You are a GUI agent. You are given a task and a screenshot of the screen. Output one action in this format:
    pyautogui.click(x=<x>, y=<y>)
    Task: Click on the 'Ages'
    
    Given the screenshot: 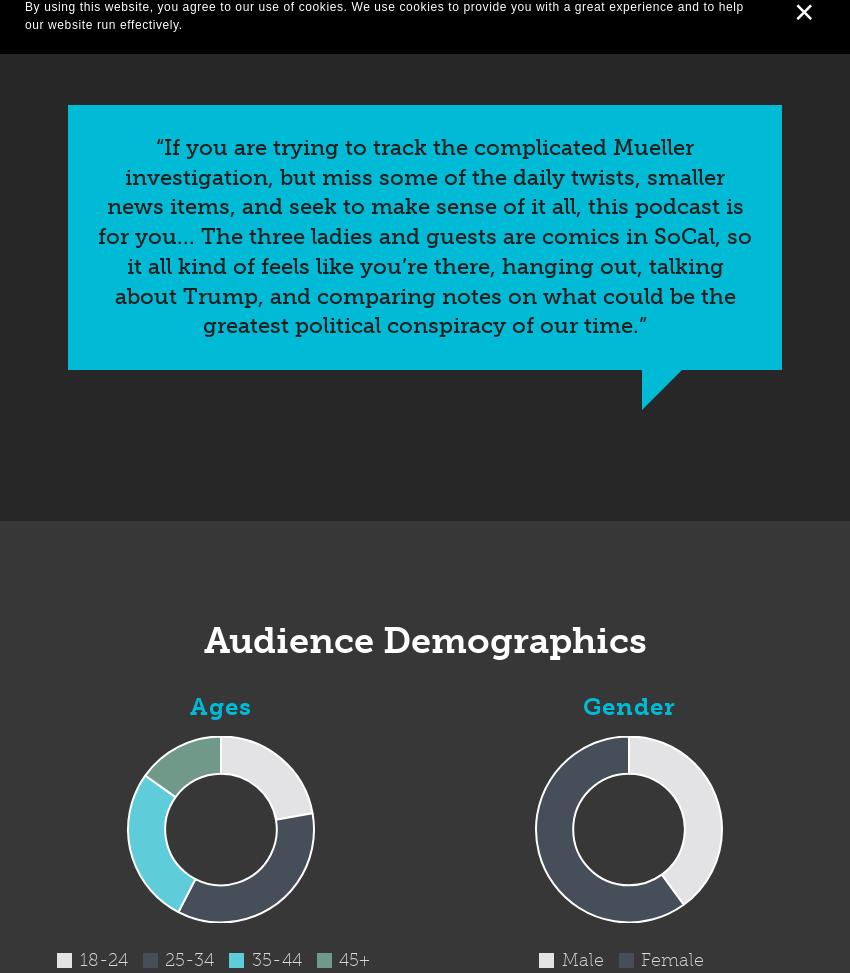 What is the action you would take?
    pyautogui.click(x=188, y=706)
    